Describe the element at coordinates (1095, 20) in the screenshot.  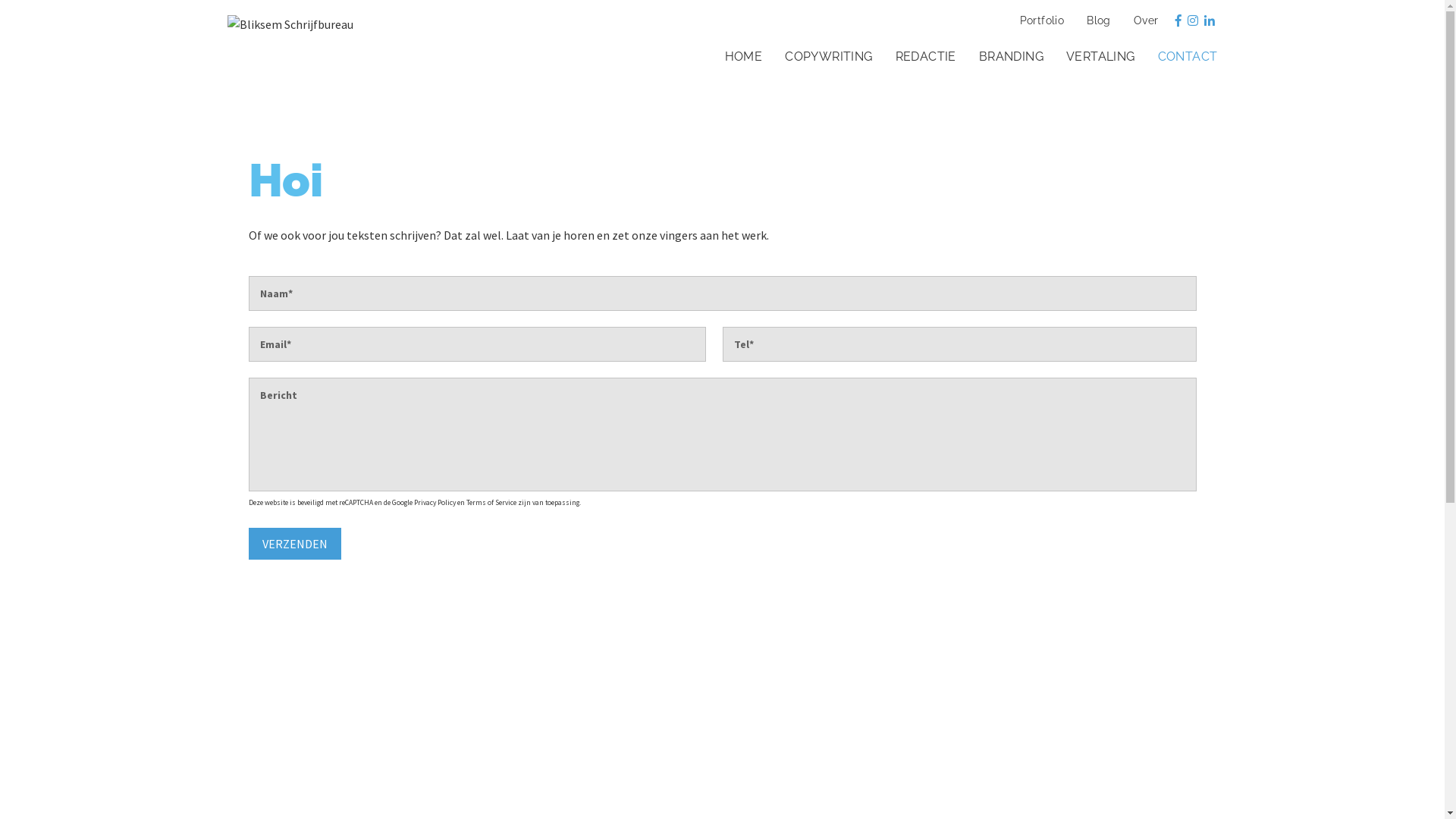
I see `'Blog'` at that location.